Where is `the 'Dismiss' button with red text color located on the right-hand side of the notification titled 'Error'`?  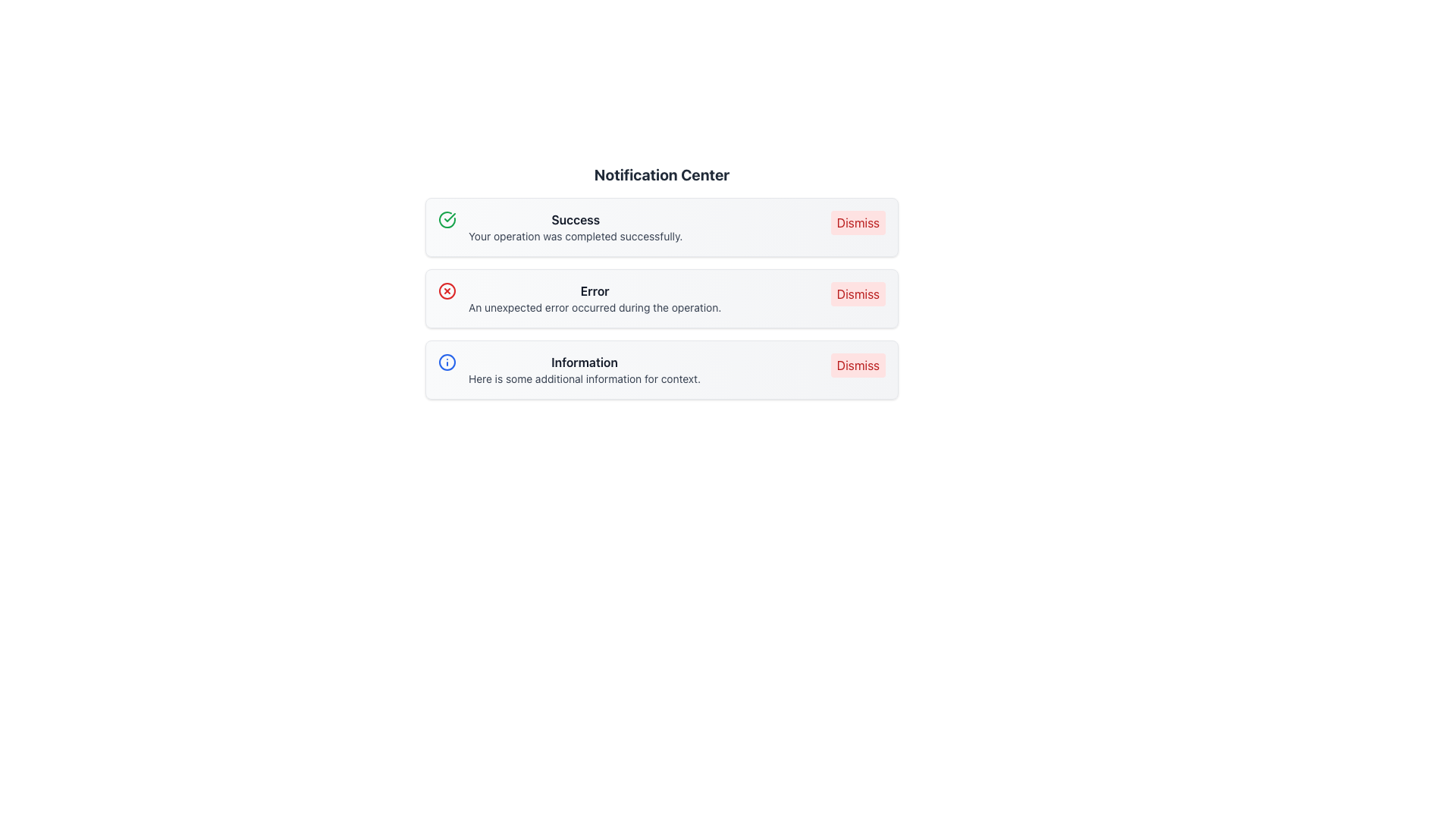 the 'Dismiss' button with red text color located on the right-hand side of the notification titled 'Error' is located at coordinates (858, 294).